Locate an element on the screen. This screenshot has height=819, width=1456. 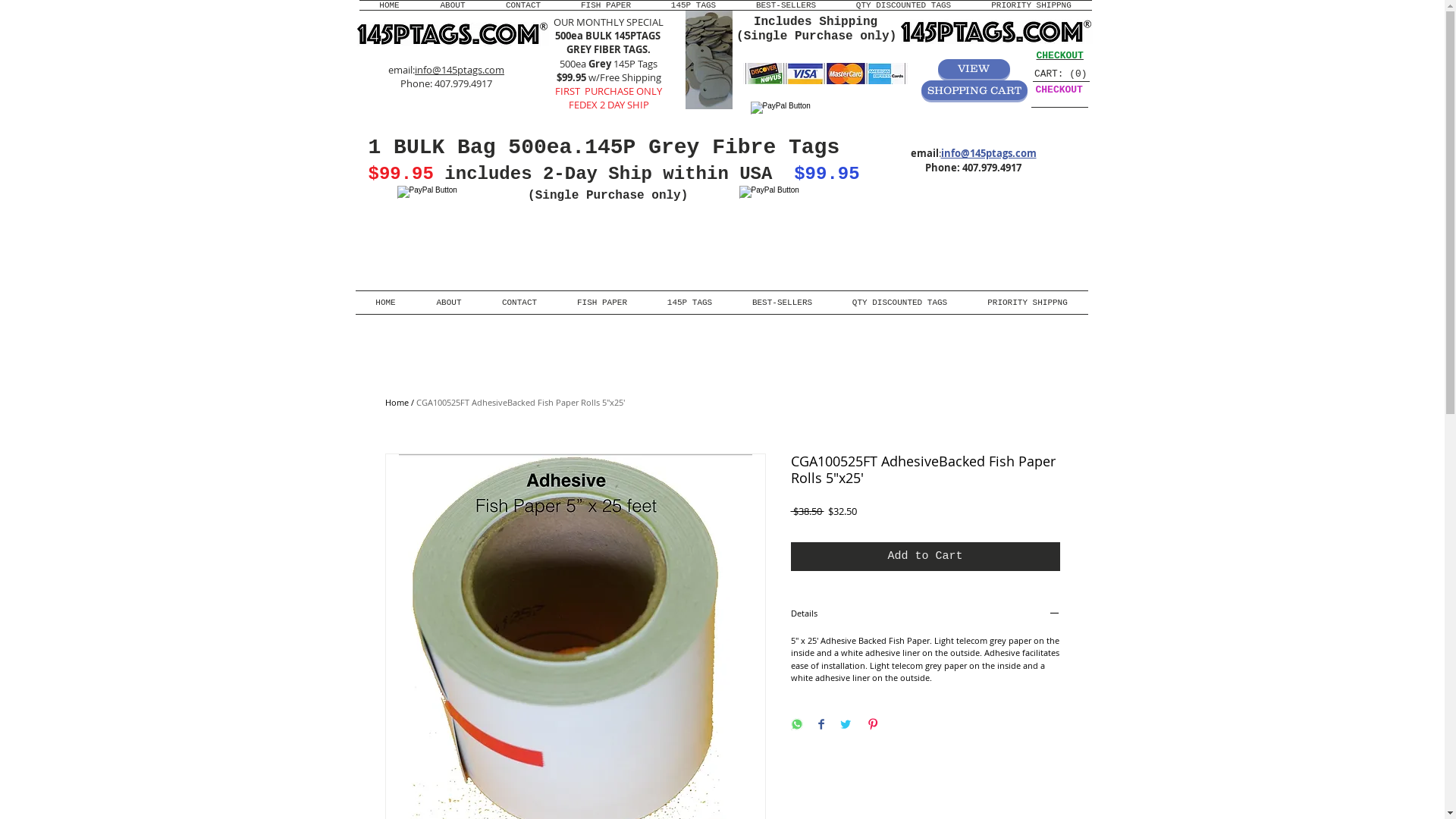
'PRIORITY SHIPPNG' is located at coordinates (967, 302).